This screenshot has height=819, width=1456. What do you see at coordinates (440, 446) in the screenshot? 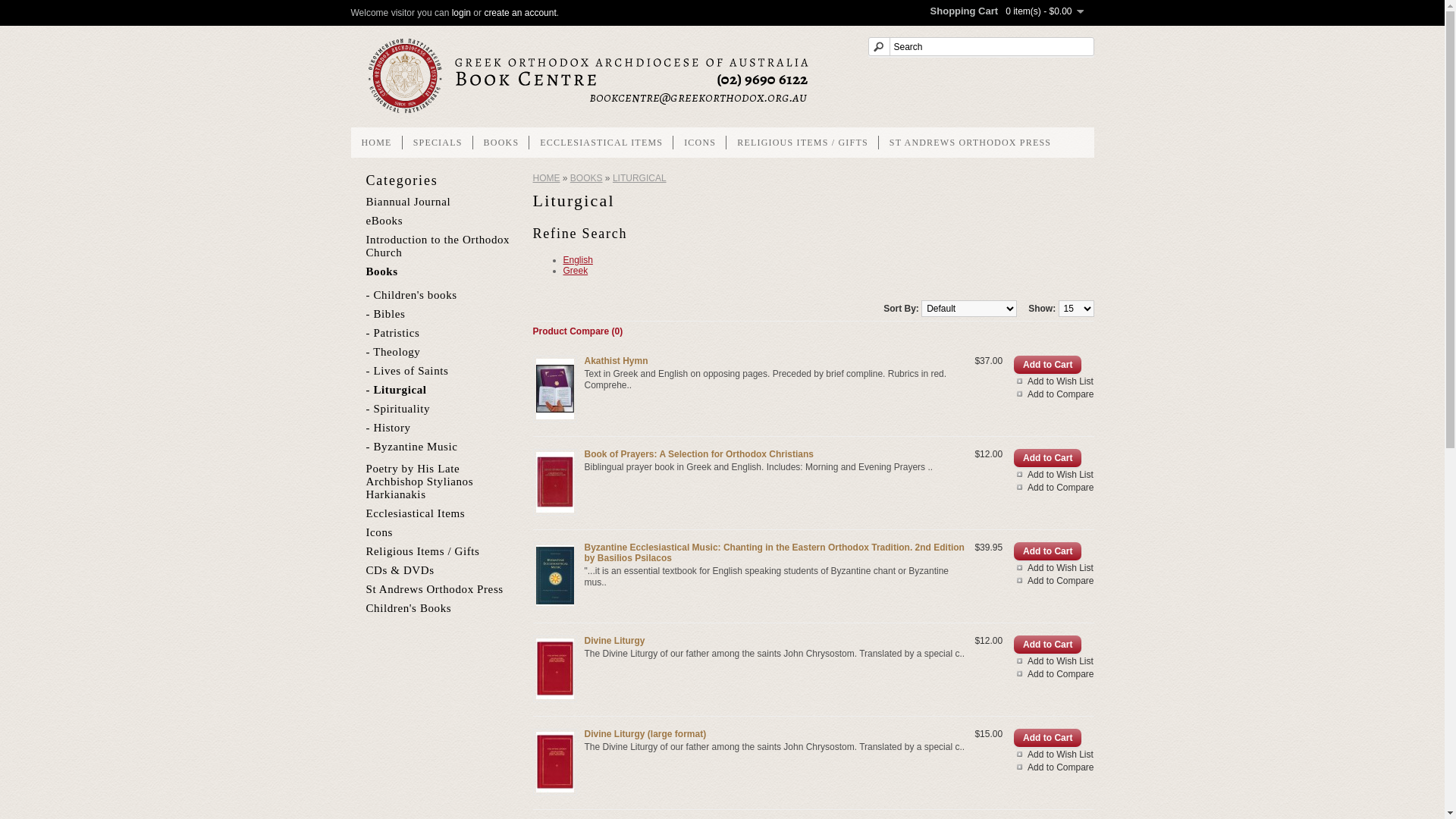
I see `'- Byzantine Music'` at bounding box center [440, 446].